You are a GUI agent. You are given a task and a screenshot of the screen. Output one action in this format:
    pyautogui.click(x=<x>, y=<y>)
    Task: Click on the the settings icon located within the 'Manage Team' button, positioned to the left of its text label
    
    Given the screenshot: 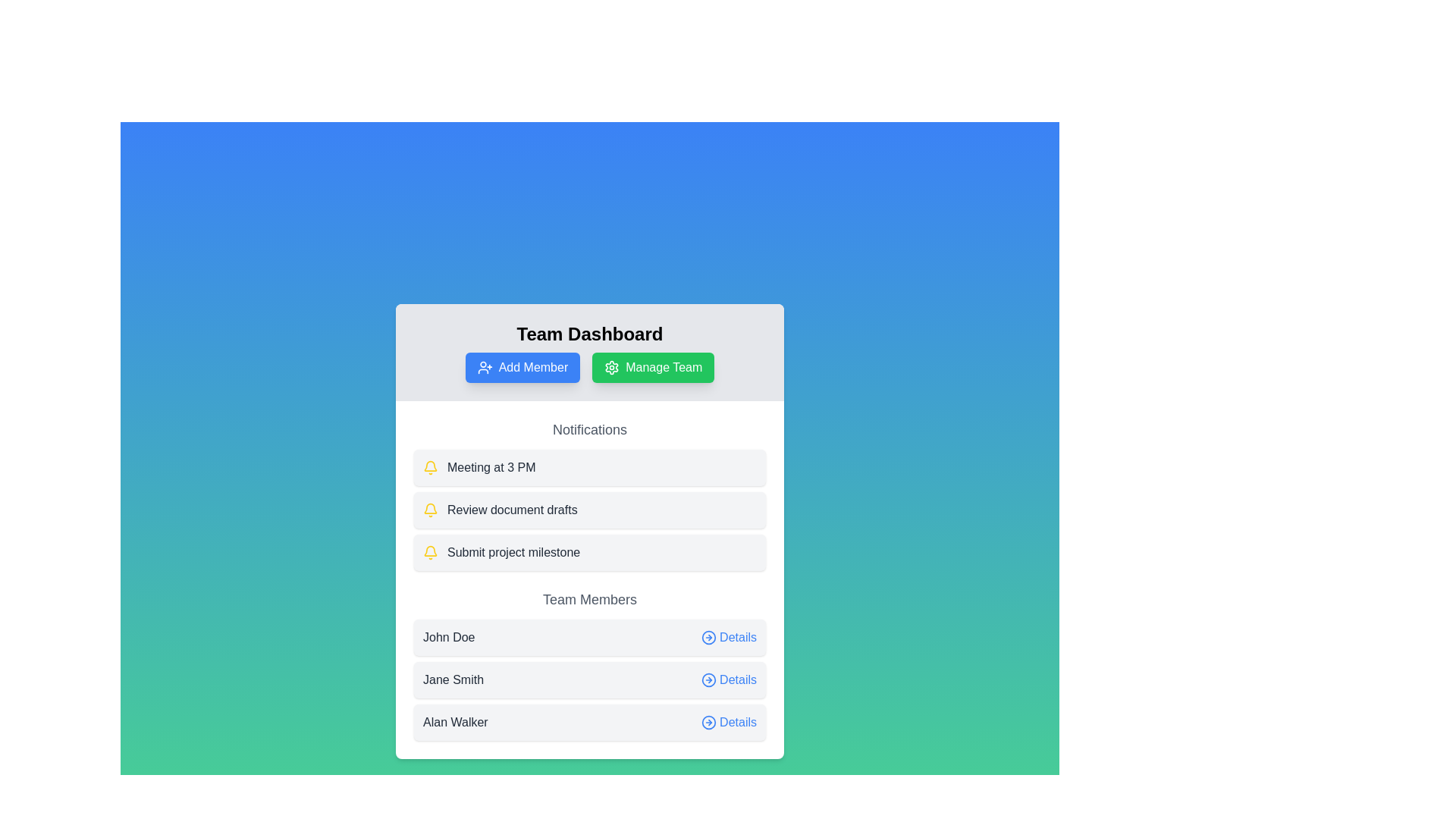 What is the action you would take?
    pyautogui.click(x=612, y=368)
    